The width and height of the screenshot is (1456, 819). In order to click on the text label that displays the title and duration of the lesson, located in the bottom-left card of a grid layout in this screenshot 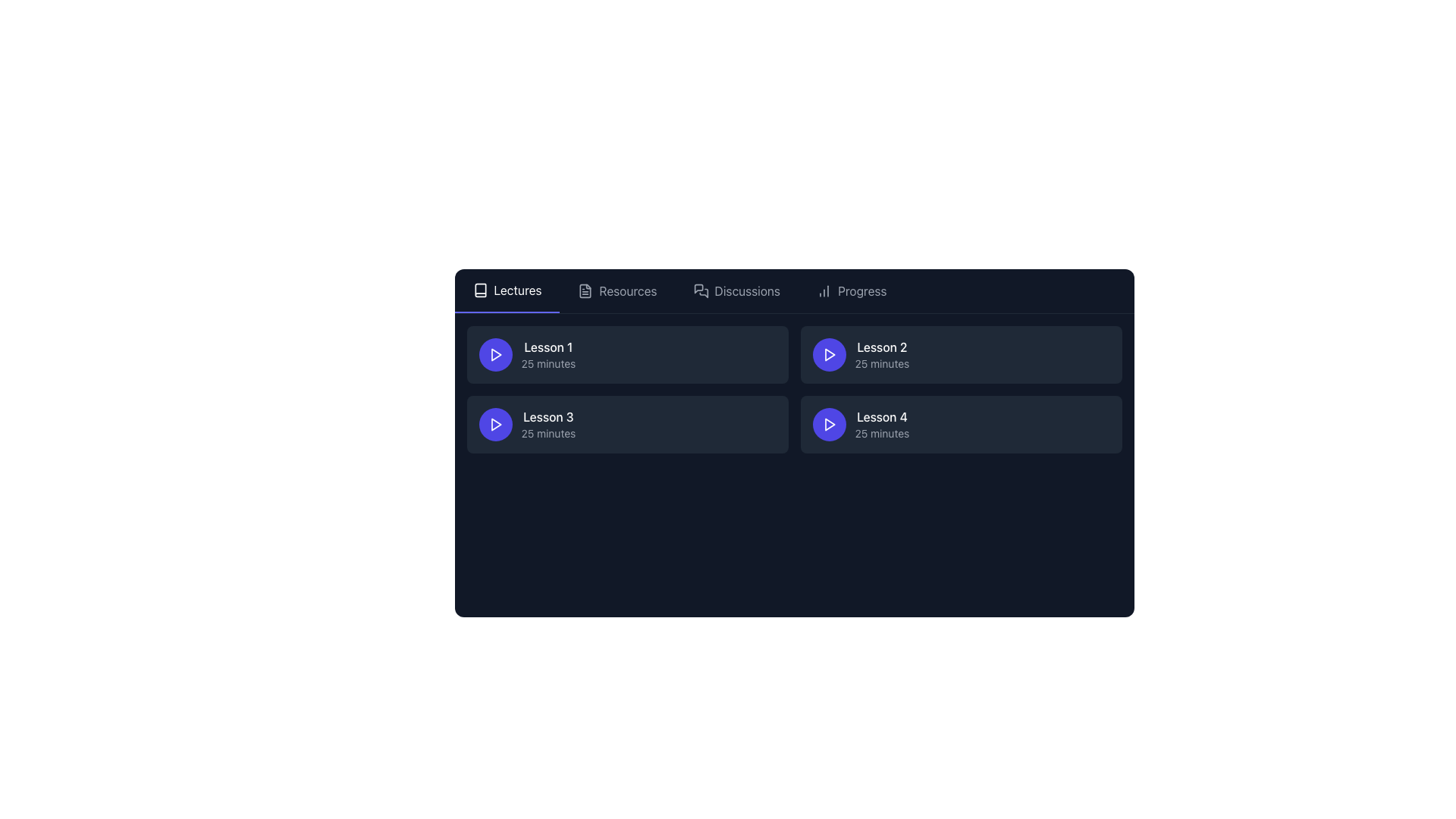, I will do `click(548, 424)`.